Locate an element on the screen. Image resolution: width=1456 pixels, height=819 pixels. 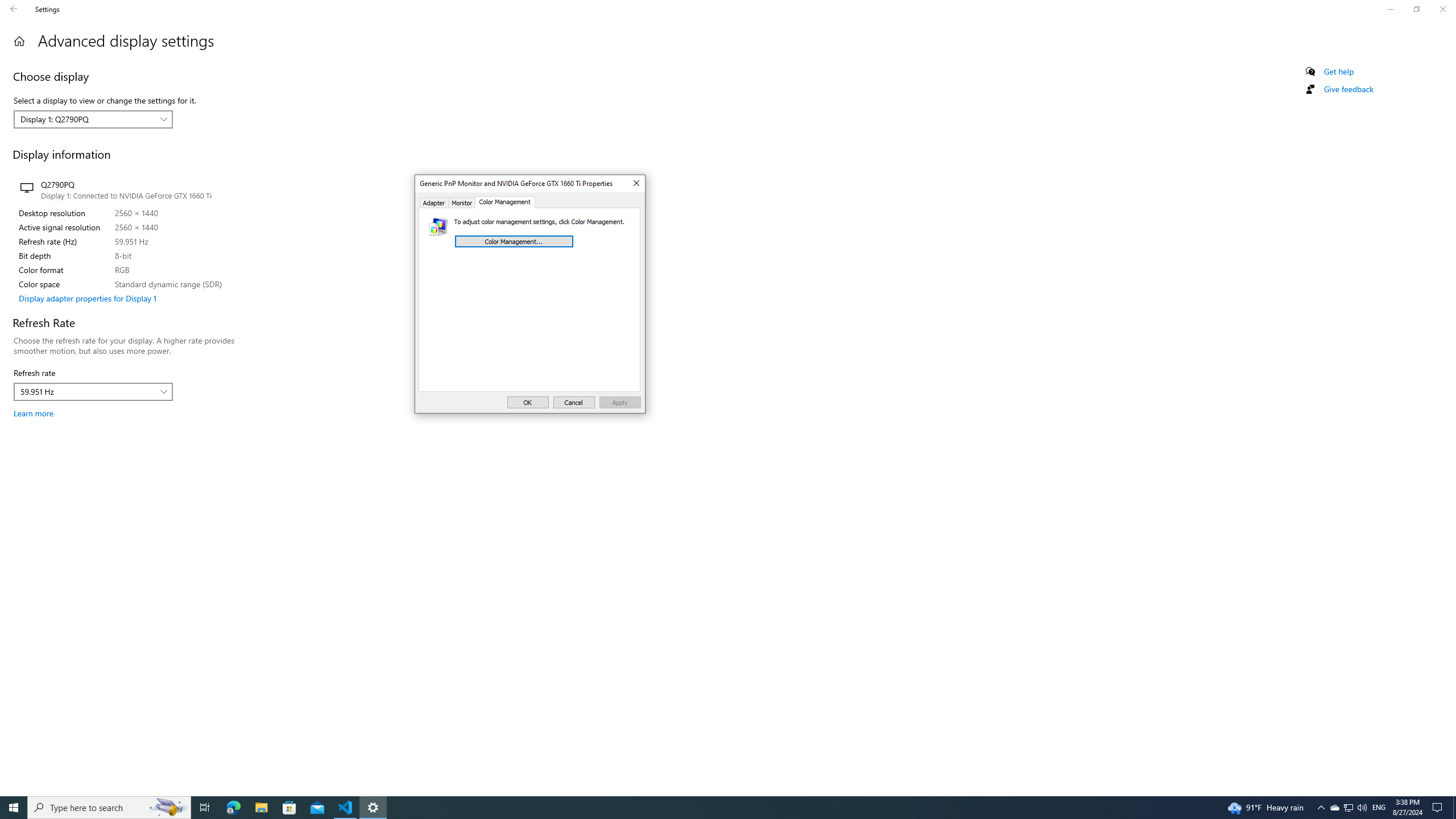
'Tray Input Indicator - English (United States)' is located at coordinates (1379, 806).